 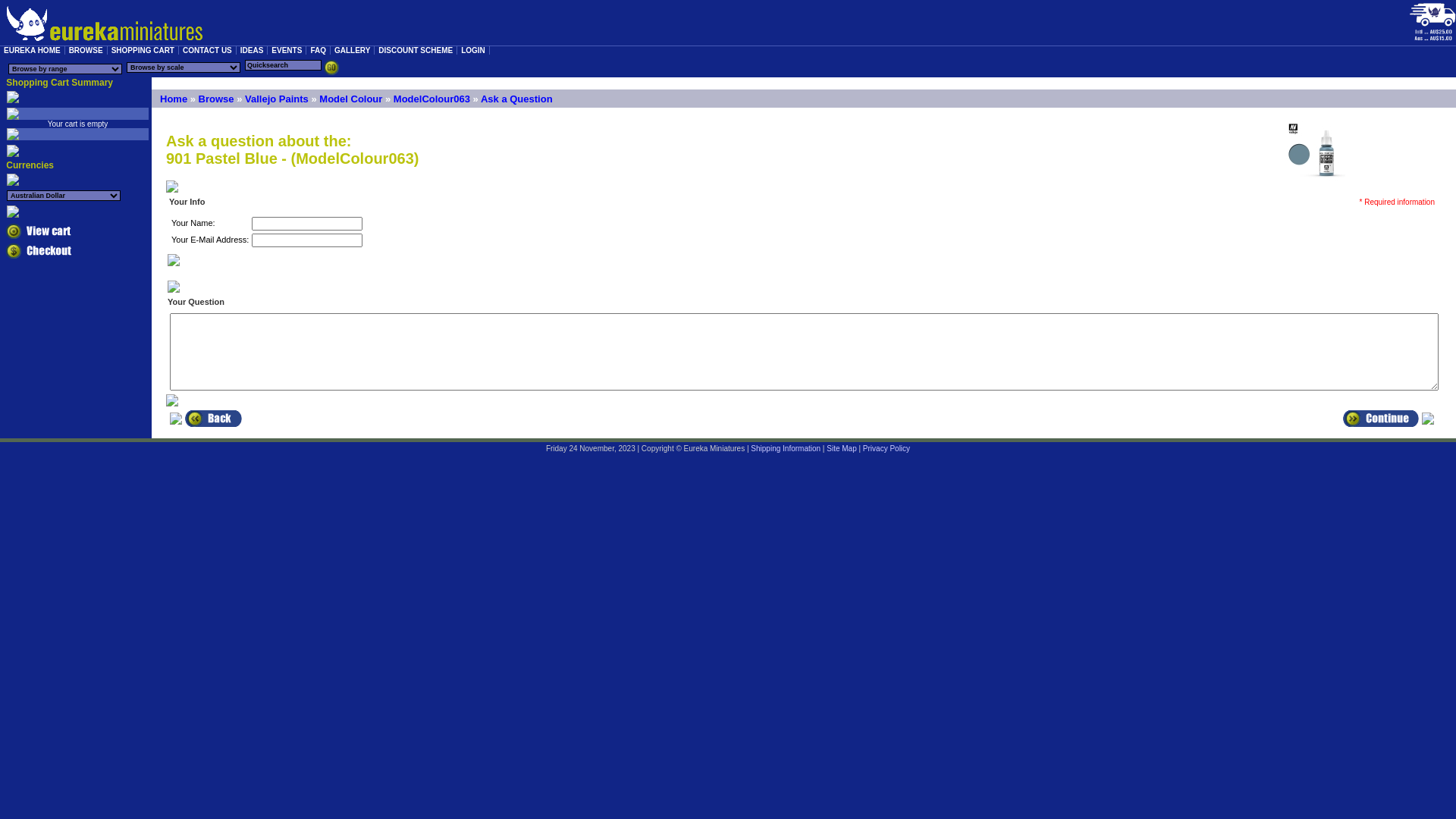 What do you see at coordinates (431, 98) in the screenshot?
I see `'ModelColour063'` at bounding box center [431, 98].